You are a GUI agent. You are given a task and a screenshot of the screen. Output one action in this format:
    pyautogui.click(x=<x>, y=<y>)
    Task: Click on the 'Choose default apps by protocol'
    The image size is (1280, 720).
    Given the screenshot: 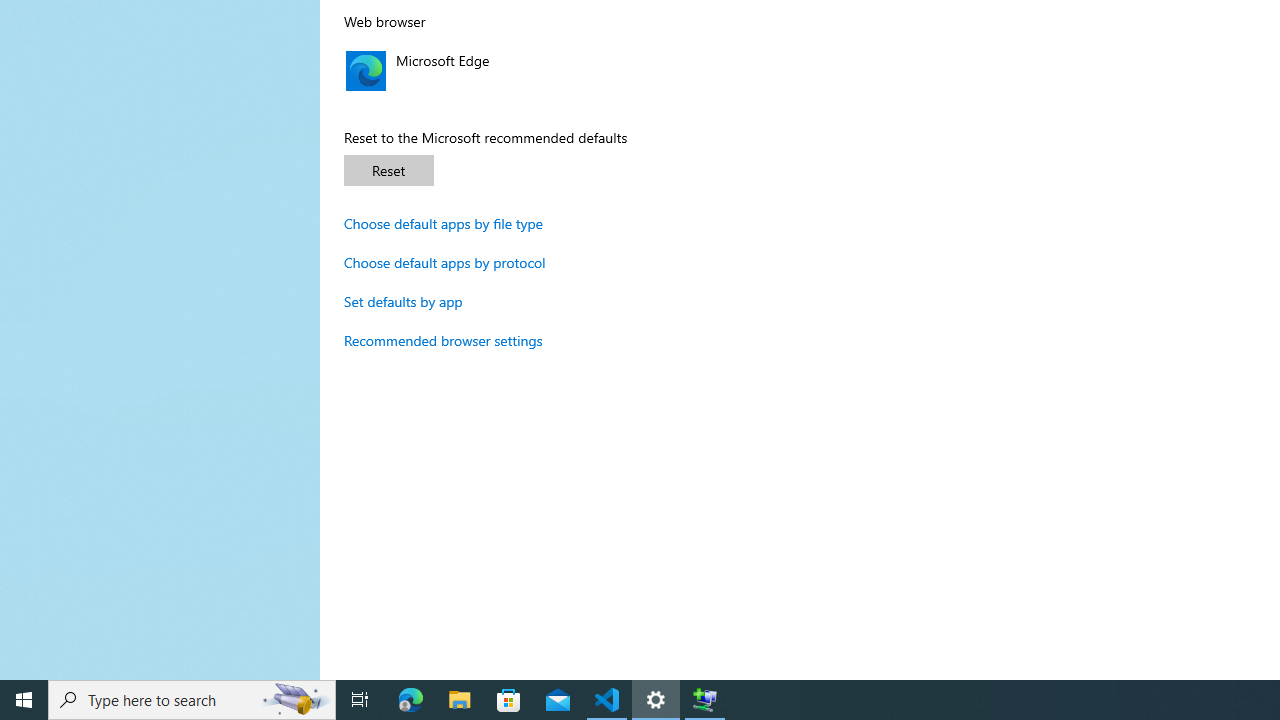 What is the action you would take?
    pyautogui.click(x=444, y=261)
    